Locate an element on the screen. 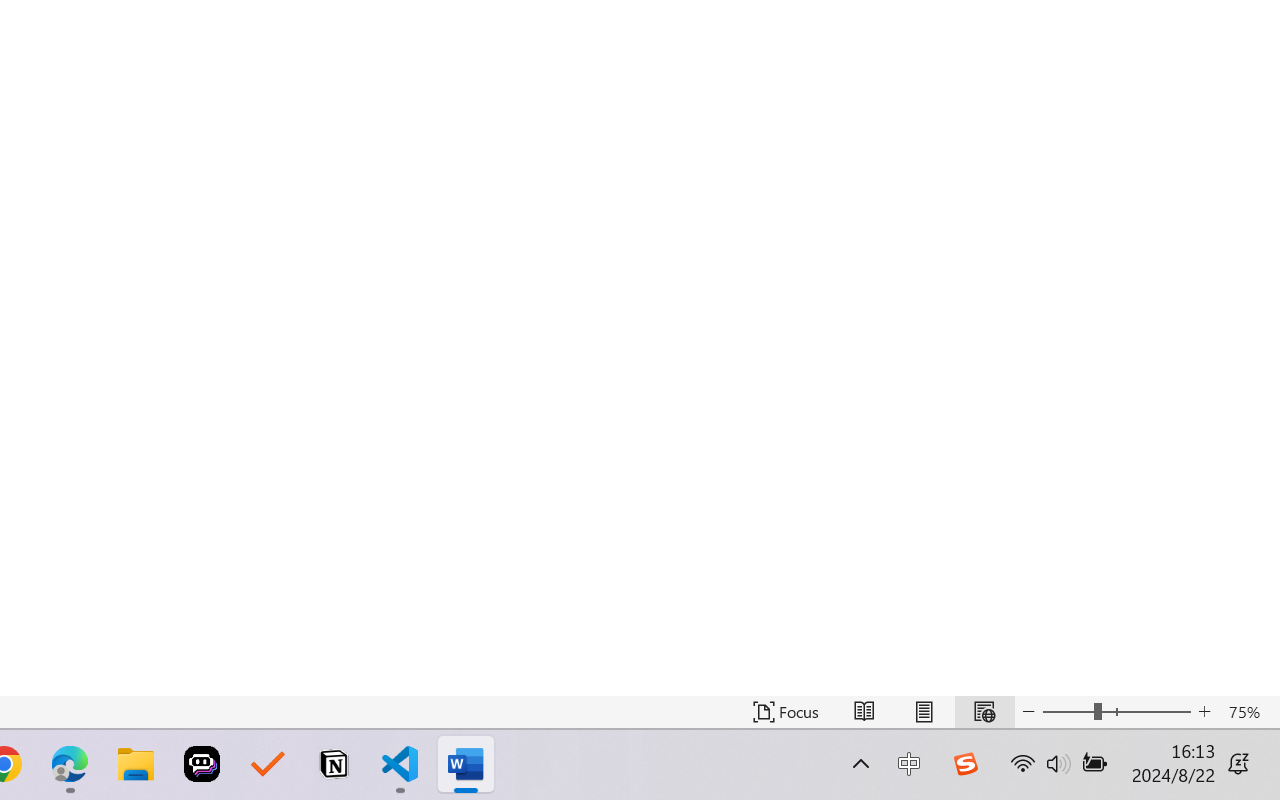 Image resolution: width=1280 pixels, height=800 pixels. 'Zoom' is located at coordinates (1115, 711).